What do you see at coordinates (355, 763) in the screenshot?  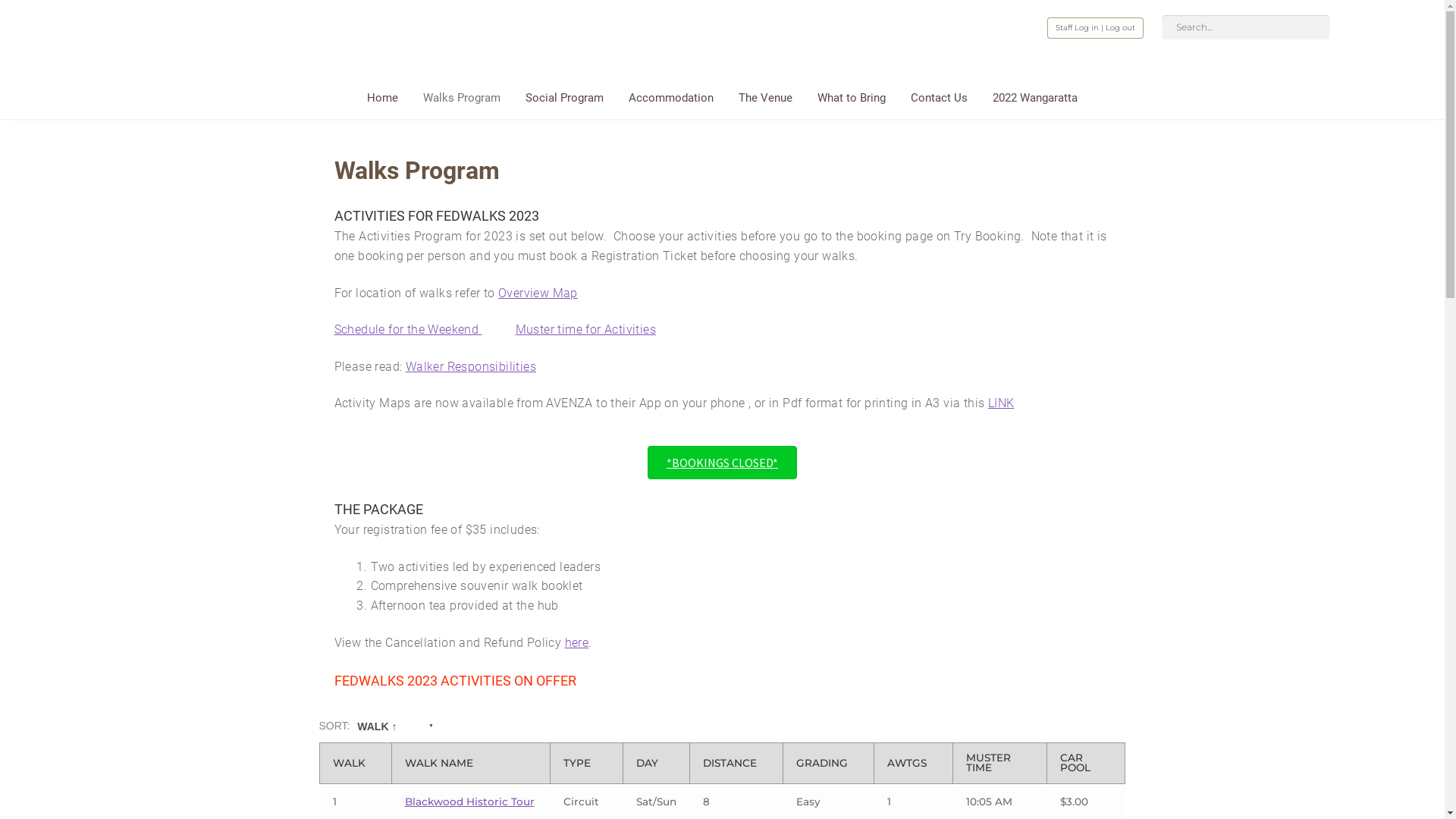 I see `'WALK'` at bounding box center [355, 763].